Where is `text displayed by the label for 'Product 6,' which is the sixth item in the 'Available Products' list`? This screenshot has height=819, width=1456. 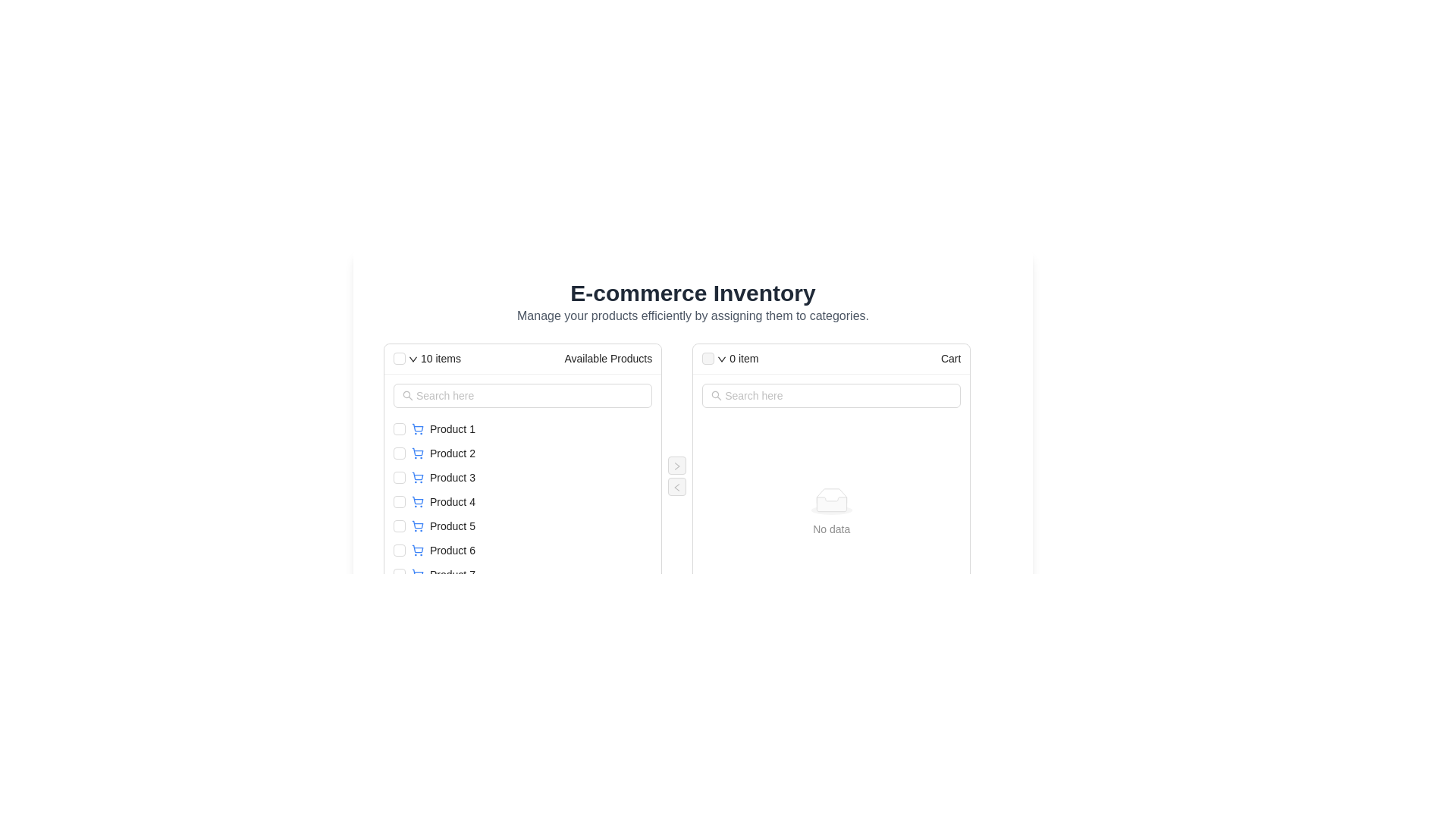 text displayed by the label for 'Product 6,' which is the sixth item in the 'Available Products' list is located at coordinates (451, 550).